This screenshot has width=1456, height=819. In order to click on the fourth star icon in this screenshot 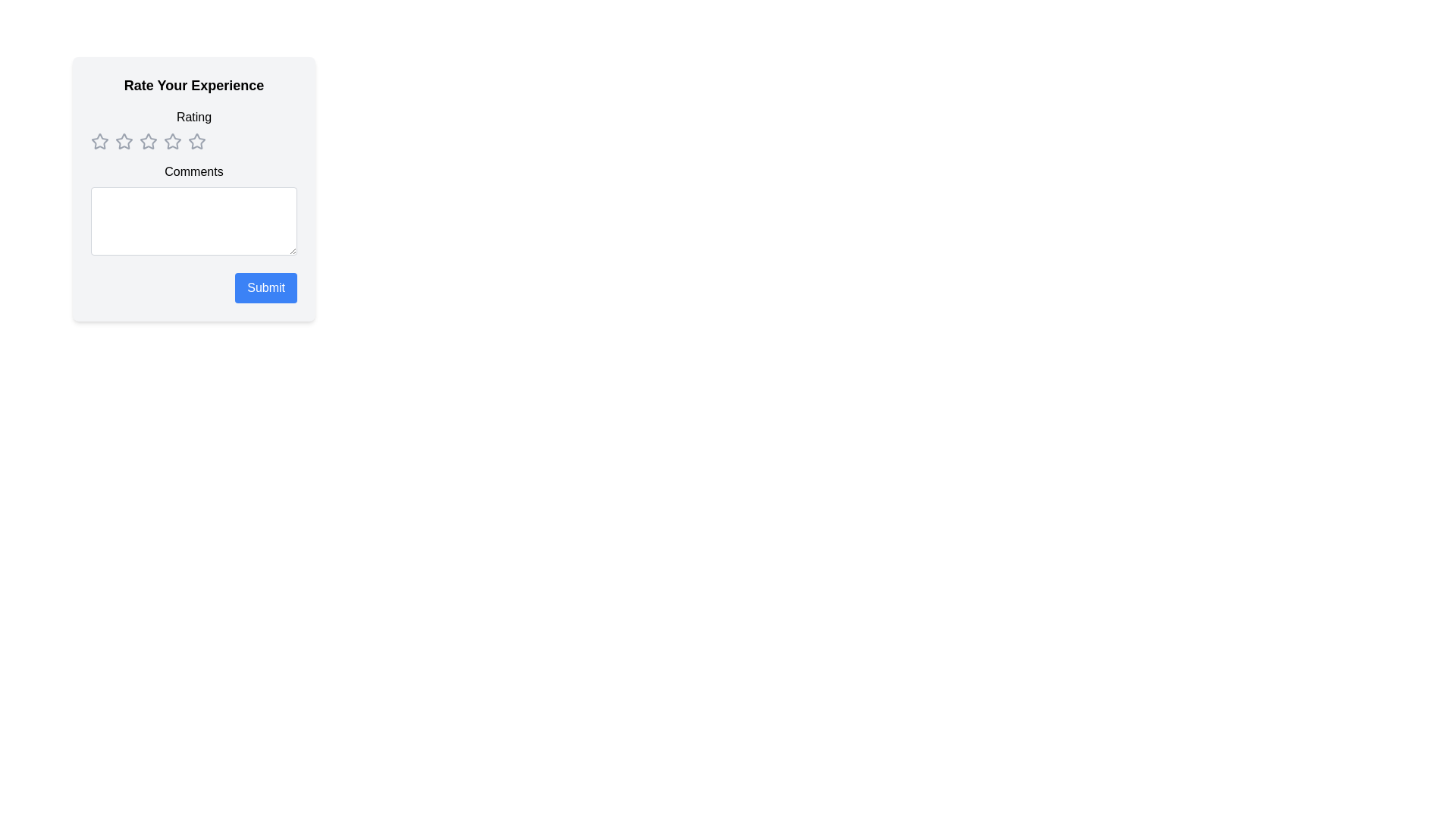, I will do `click(196, 141)`.